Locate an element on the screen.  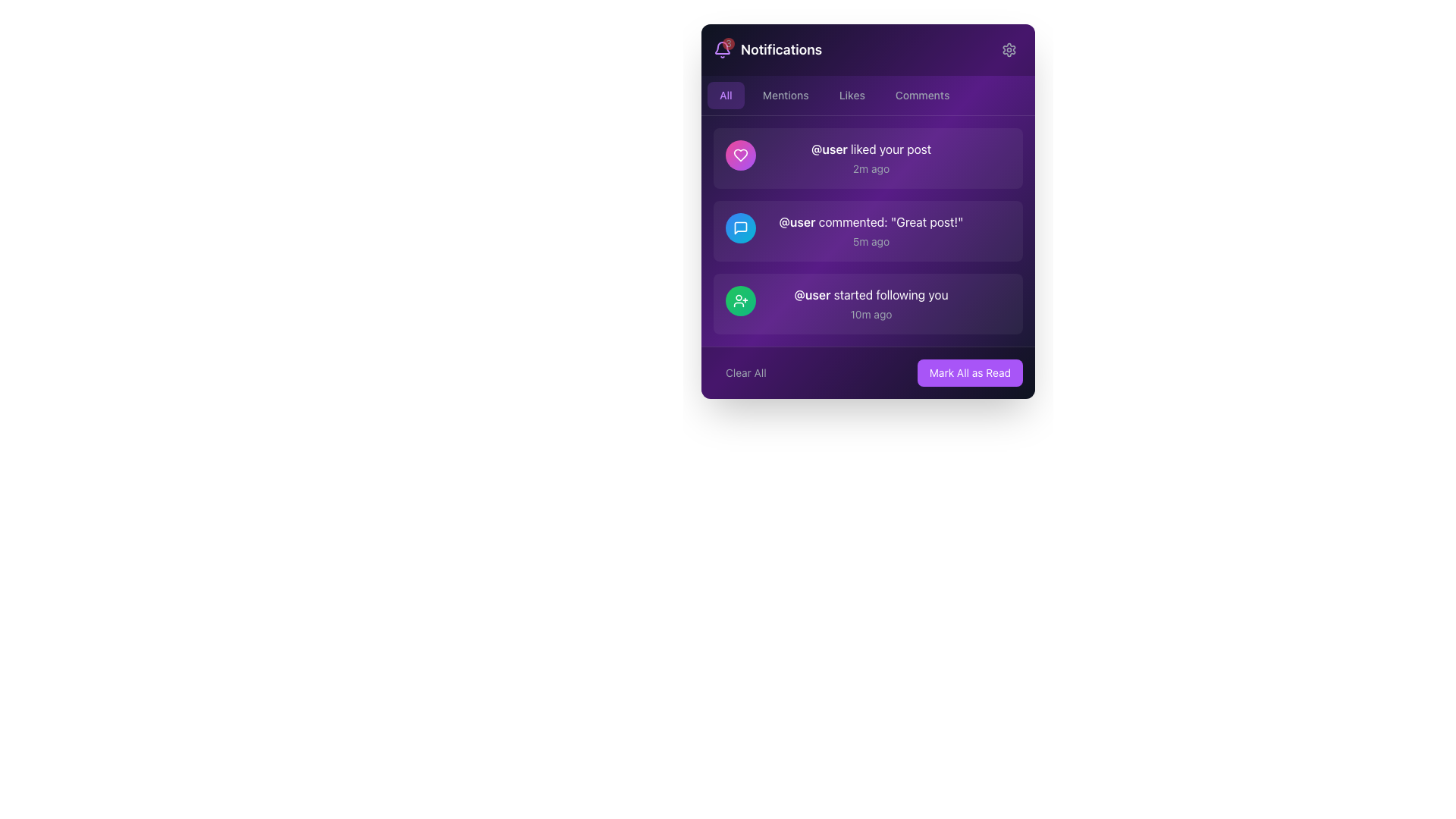
the bold text label displaying the username '@user' in the second notification entry of the notifications panel is located at coordinates (796, 222).